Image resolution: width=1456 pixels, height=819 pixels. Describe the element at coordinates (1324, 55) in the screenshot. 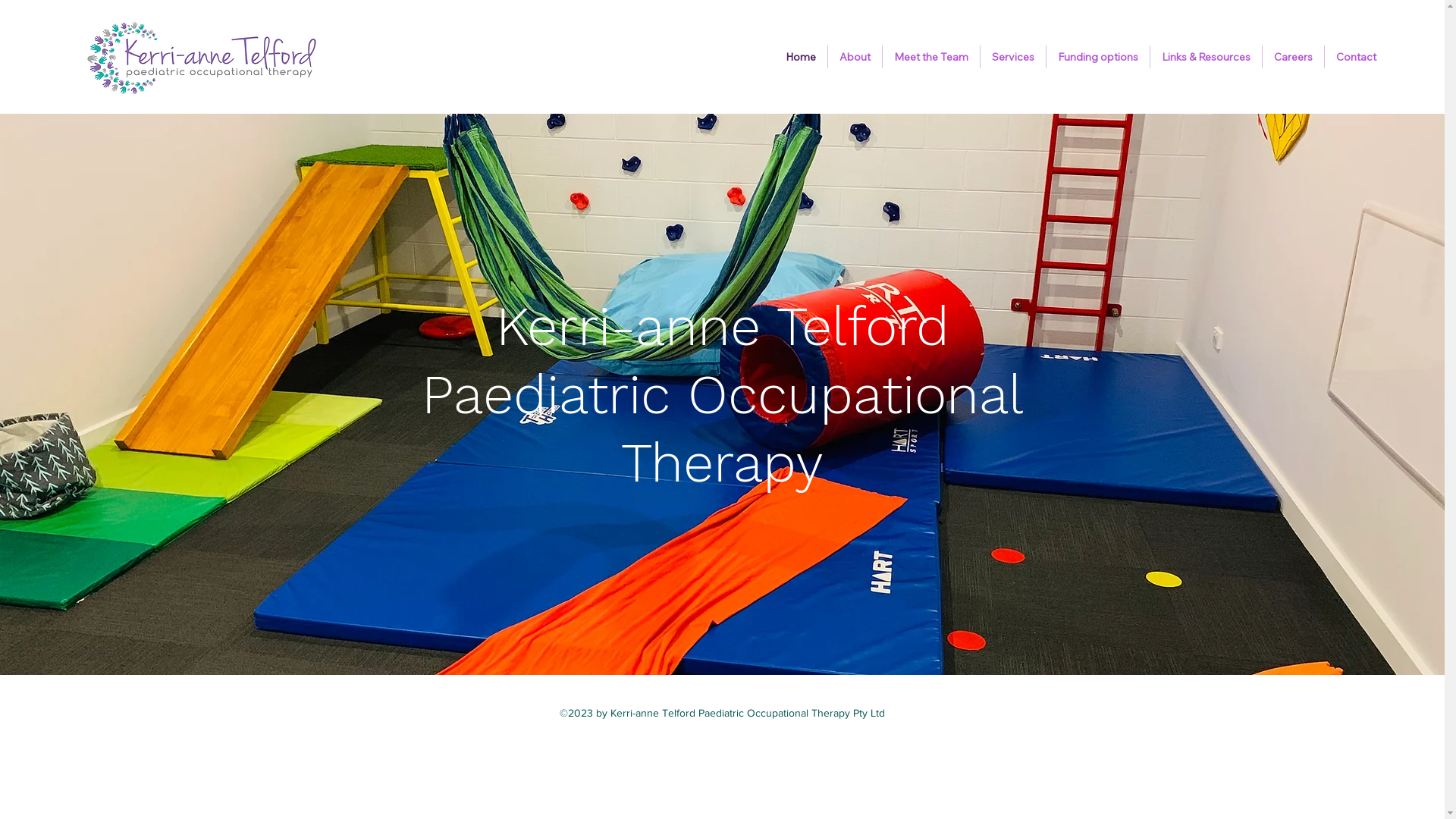

I see `'Contact'` at that location.